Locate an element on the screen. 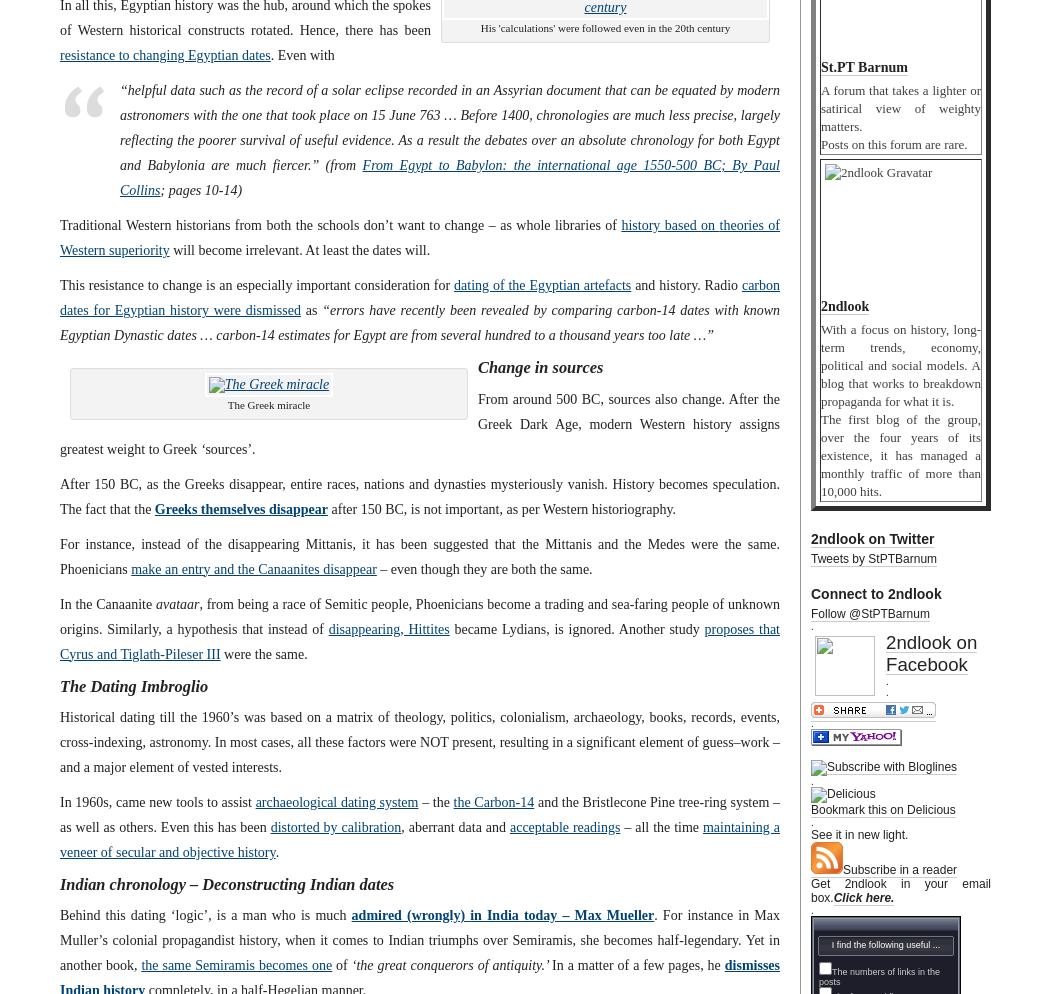 This screenshot has width=1050, height=994. 'Indian chronology' is located at coordinates (121, 883).